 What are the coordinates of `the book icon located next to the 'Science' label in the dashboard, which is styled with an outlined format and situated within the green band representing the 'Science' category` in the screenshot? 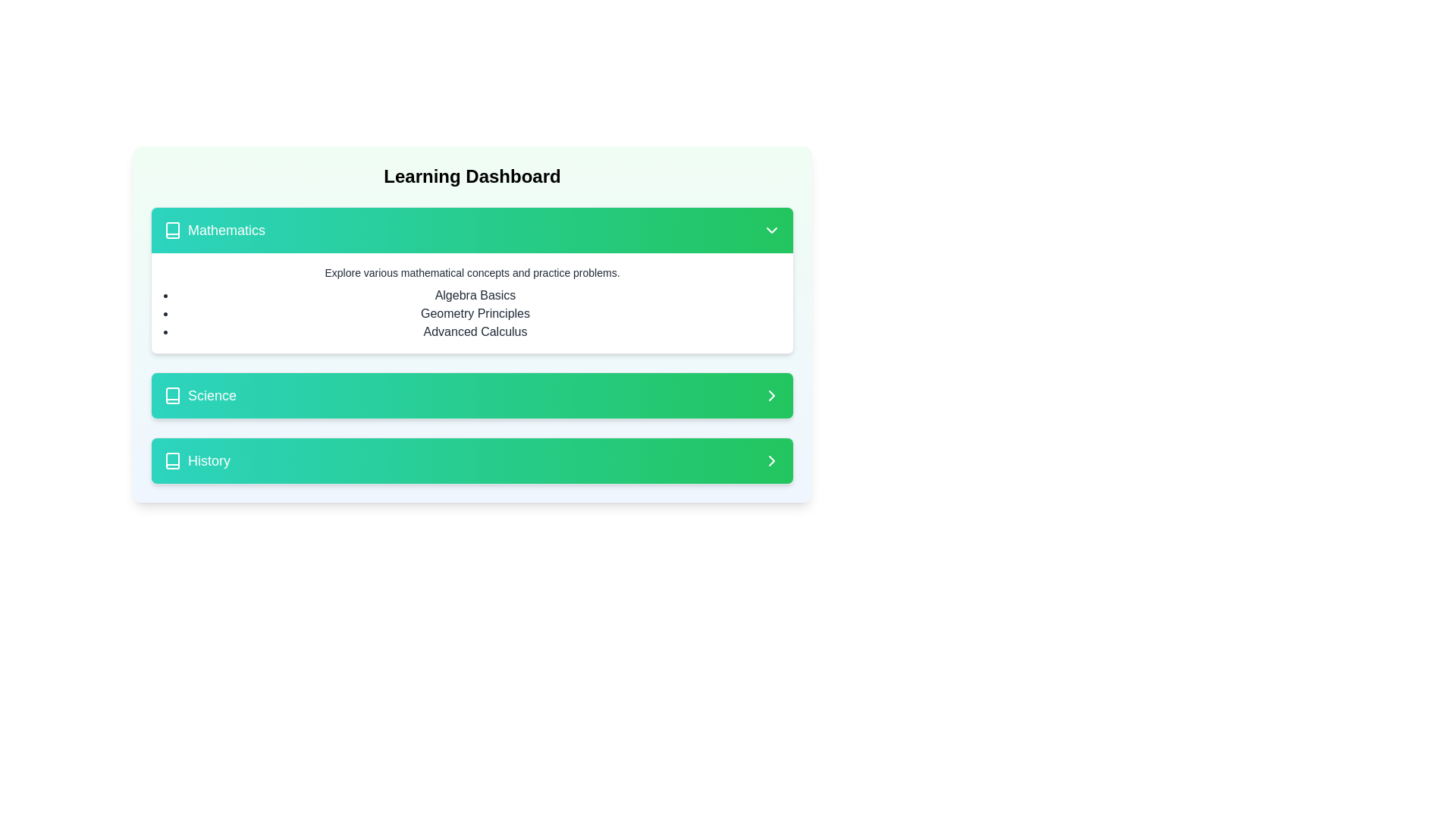 It's located at (172, 394).